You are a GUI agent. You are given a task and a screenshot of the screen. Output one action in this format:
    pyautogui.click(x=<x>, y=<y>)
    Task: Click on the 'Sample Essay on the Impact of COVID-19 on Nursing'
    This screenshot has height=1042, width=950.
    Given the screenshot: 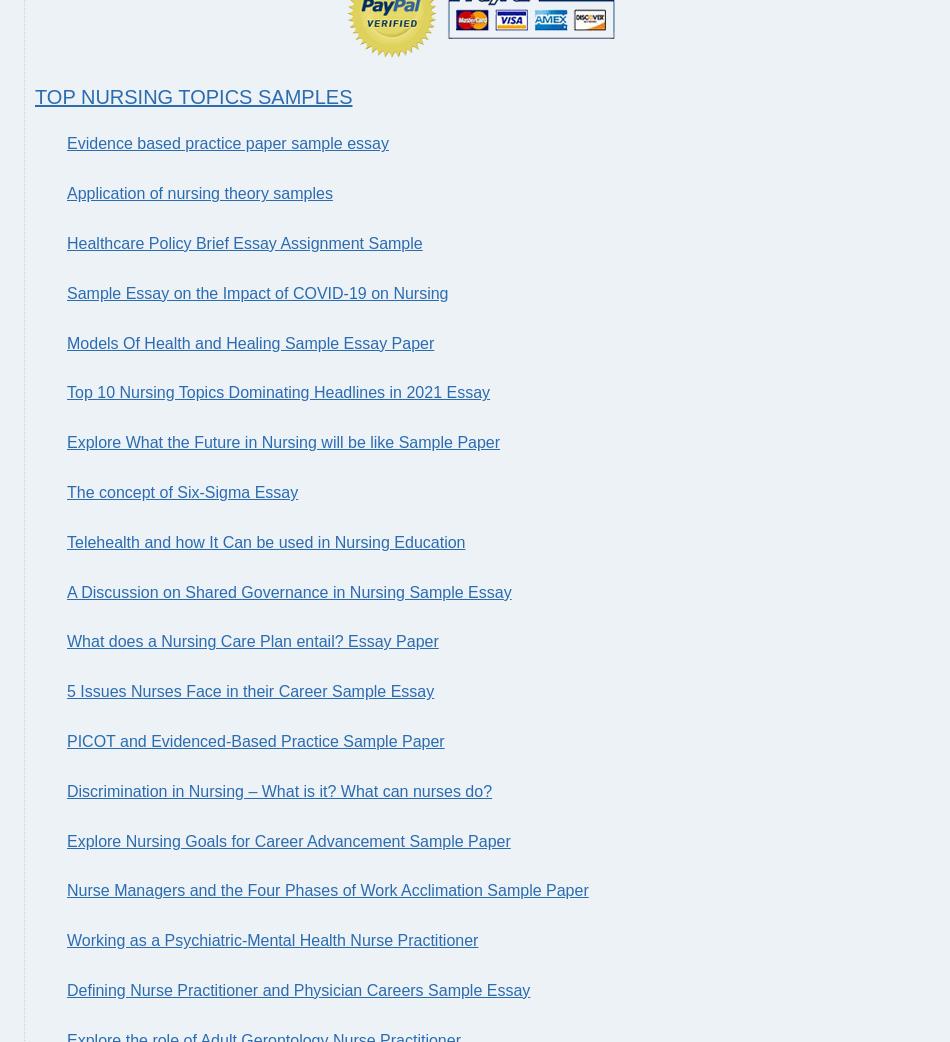 What is the action you would take?
    pyautogui.click(x=256, y=292)
    